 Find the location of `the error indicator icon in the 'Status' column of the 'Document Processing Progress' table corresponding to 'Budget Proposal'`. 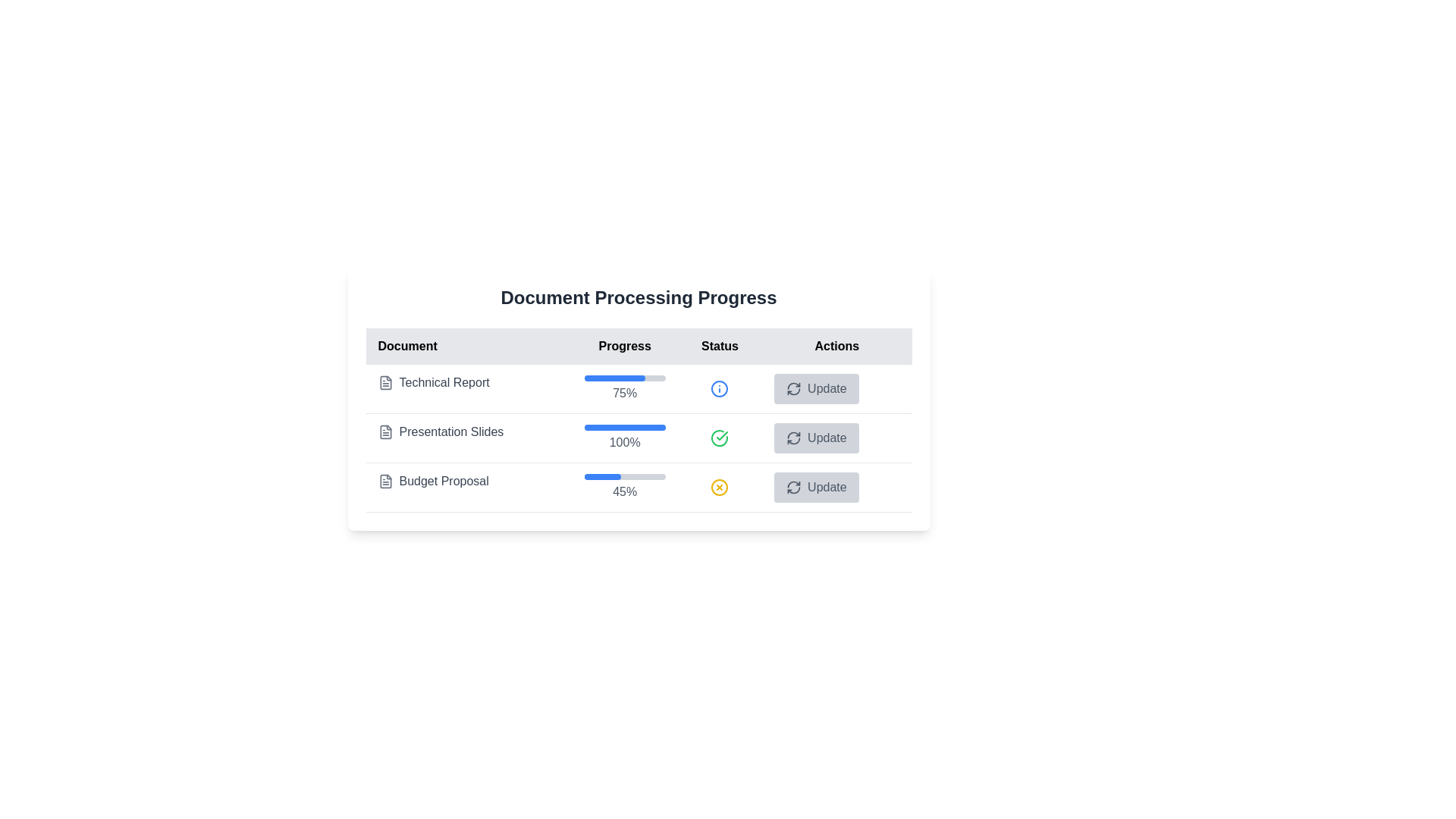

the error indicator icon in the 'Status' column of the 'Document Processing Progress' table corresponding to 'Budget Proposal' is located at coordinates (719, 488).